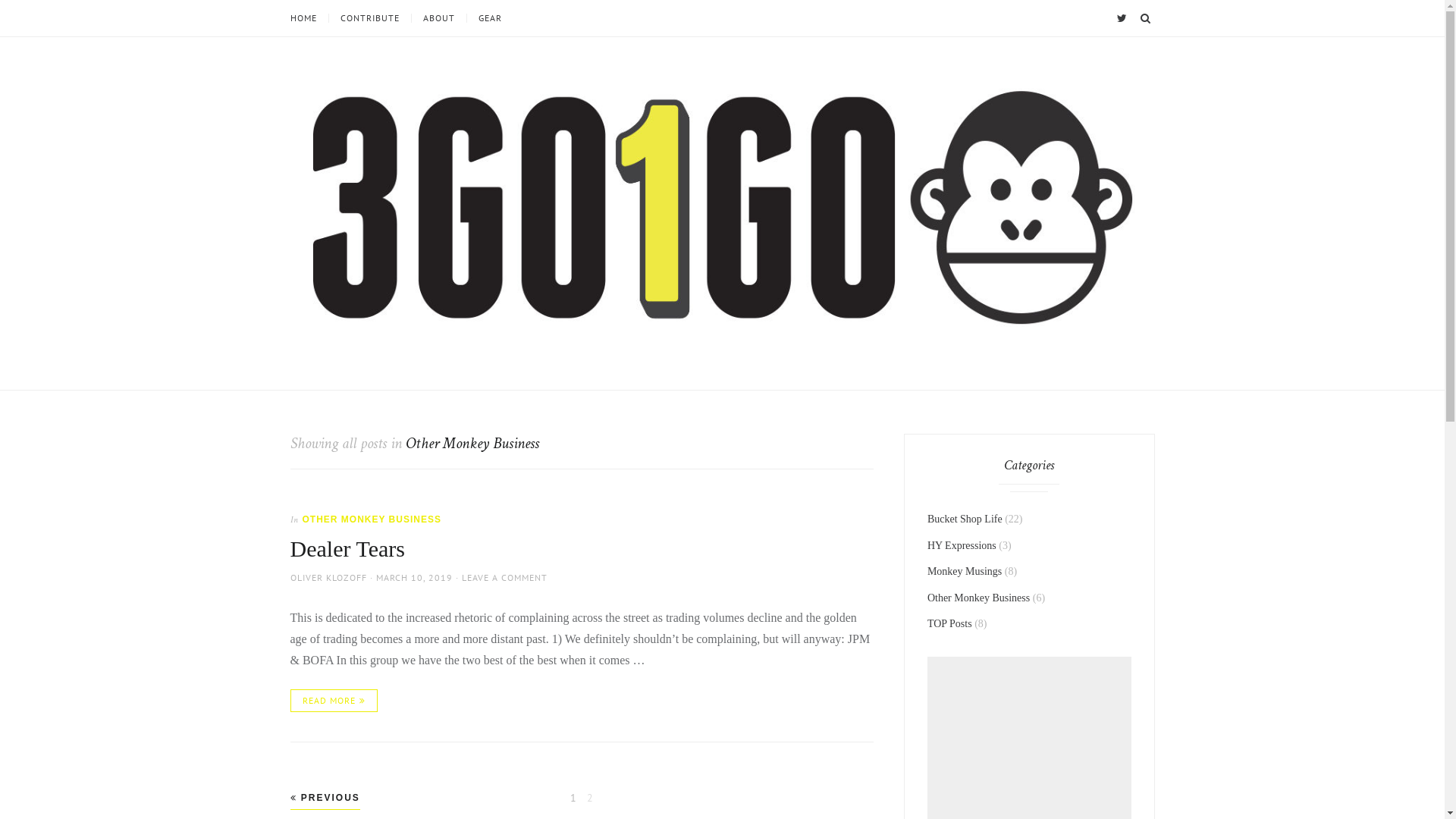 The height and width of the screenshot is (819, 1456). What do you see at coordinates (369, 17) in the screenshot?
I see `'CONTRIBUTE'` at bounding box center [369, 17].